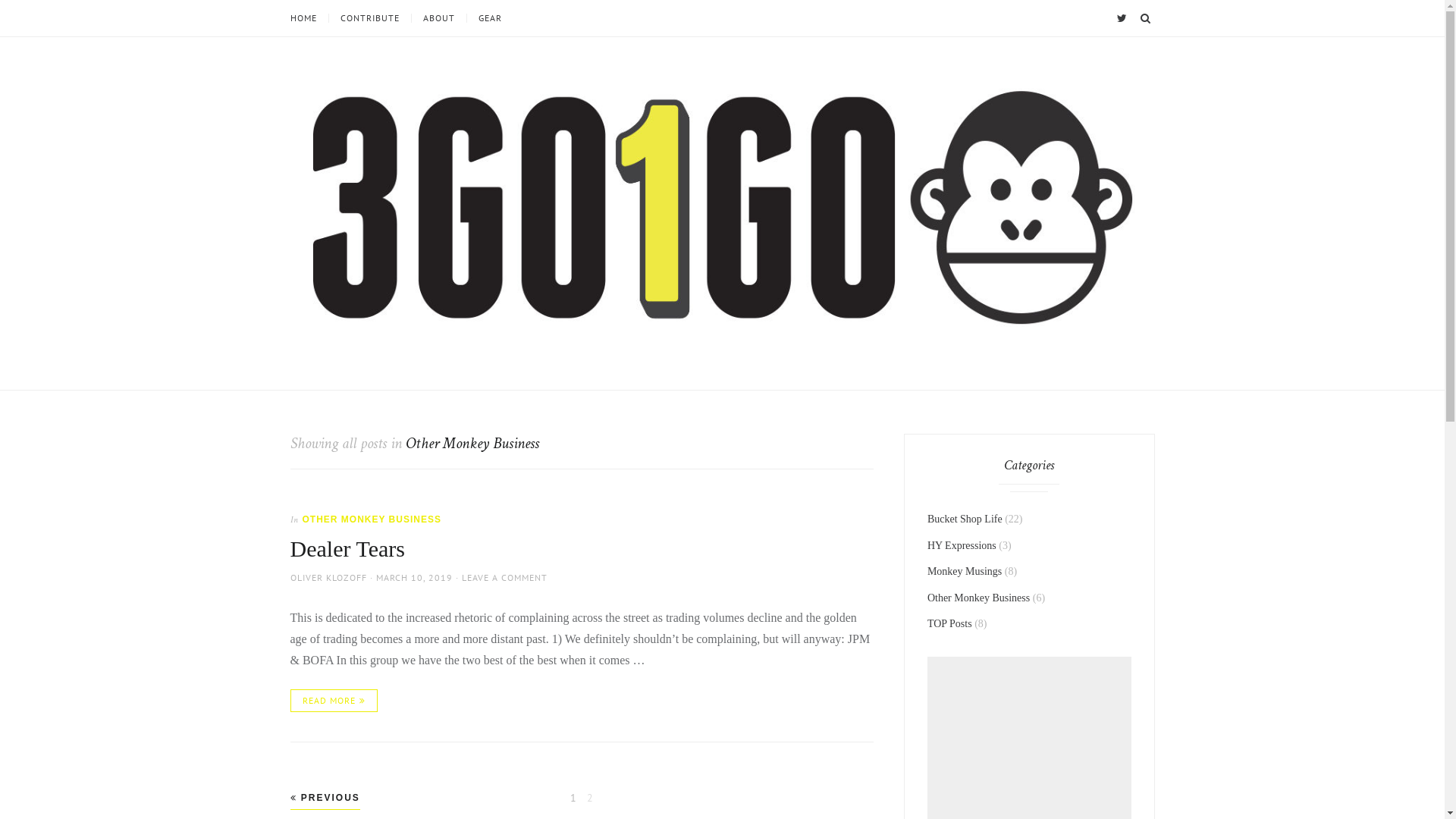 The height and width of the screenshot is (819, 1456). What do you see at coordinates (369, 17) in the screenshot?
I see `'CONTRIBUTE'` at bounding box center [369, 17].